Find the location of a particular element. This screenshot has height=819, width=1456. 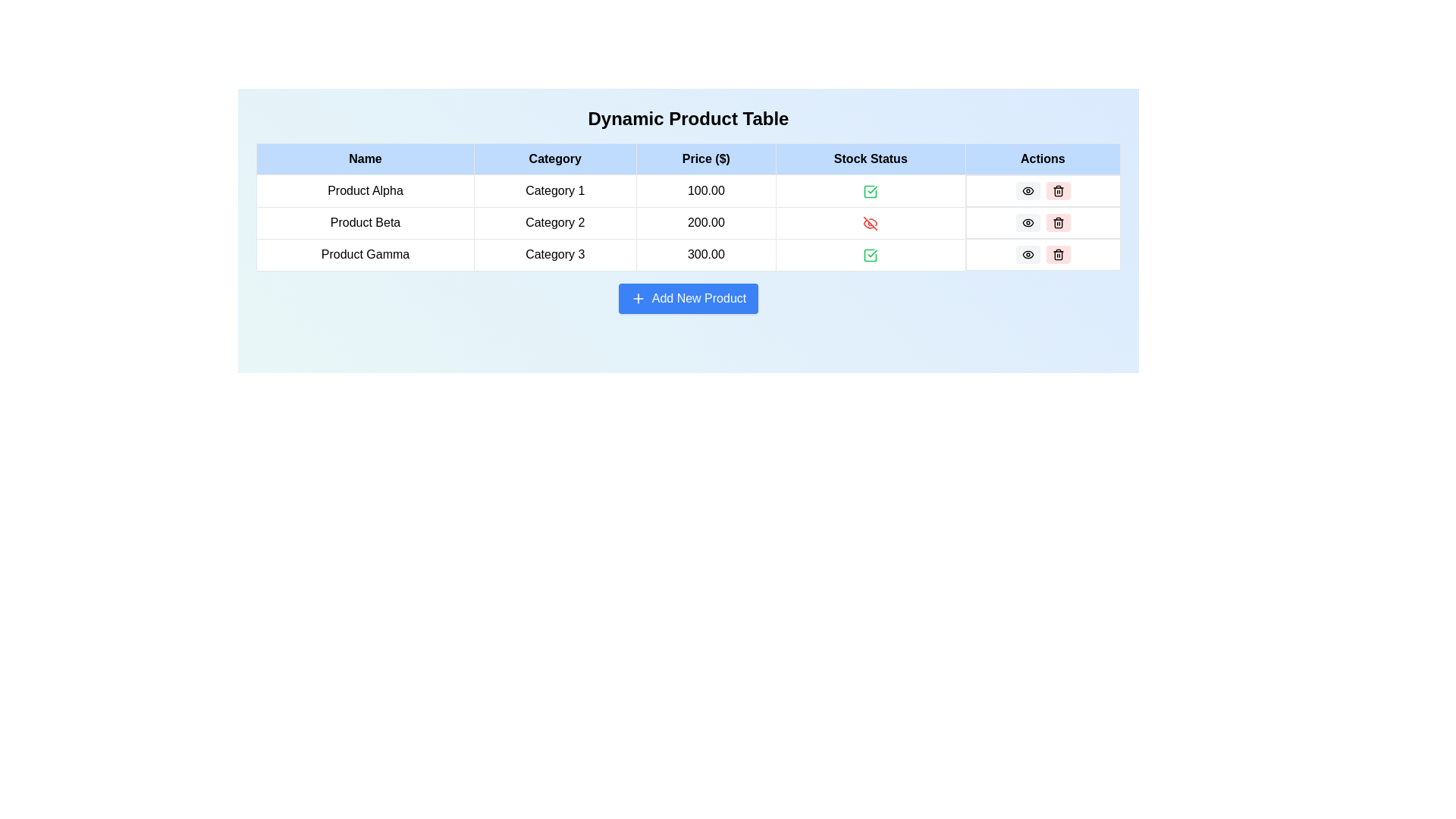

the text field representing the category classification for 'Product Beta' in the second column of the table layout is located at coordinates (554, 222).